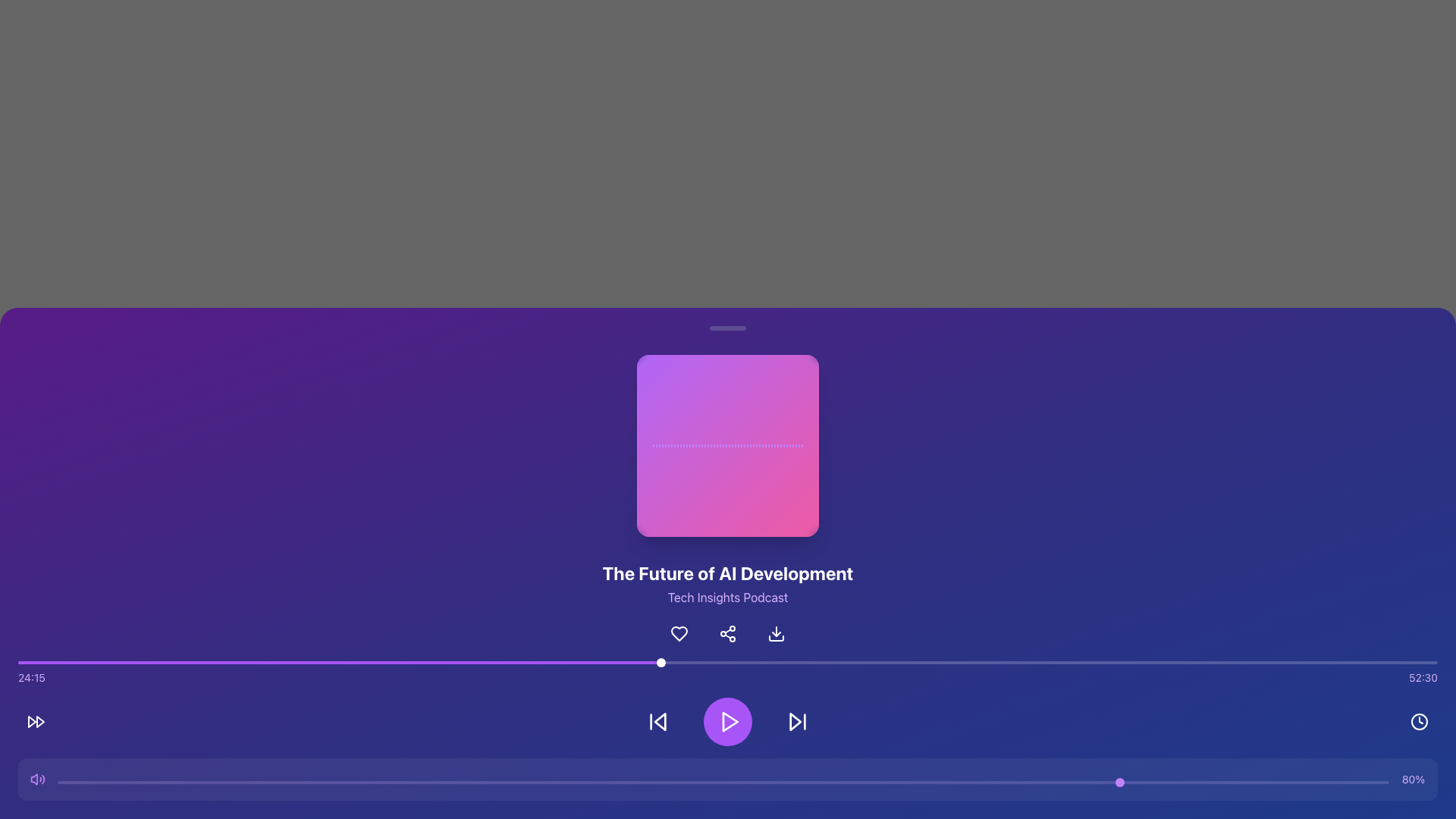 The height and width of the screenshot is (819, 1456). I want to click on text content of the title label displaying 'The Future of AI Development', which is centrally located on a dark purple gradient background, so click(728, 573).